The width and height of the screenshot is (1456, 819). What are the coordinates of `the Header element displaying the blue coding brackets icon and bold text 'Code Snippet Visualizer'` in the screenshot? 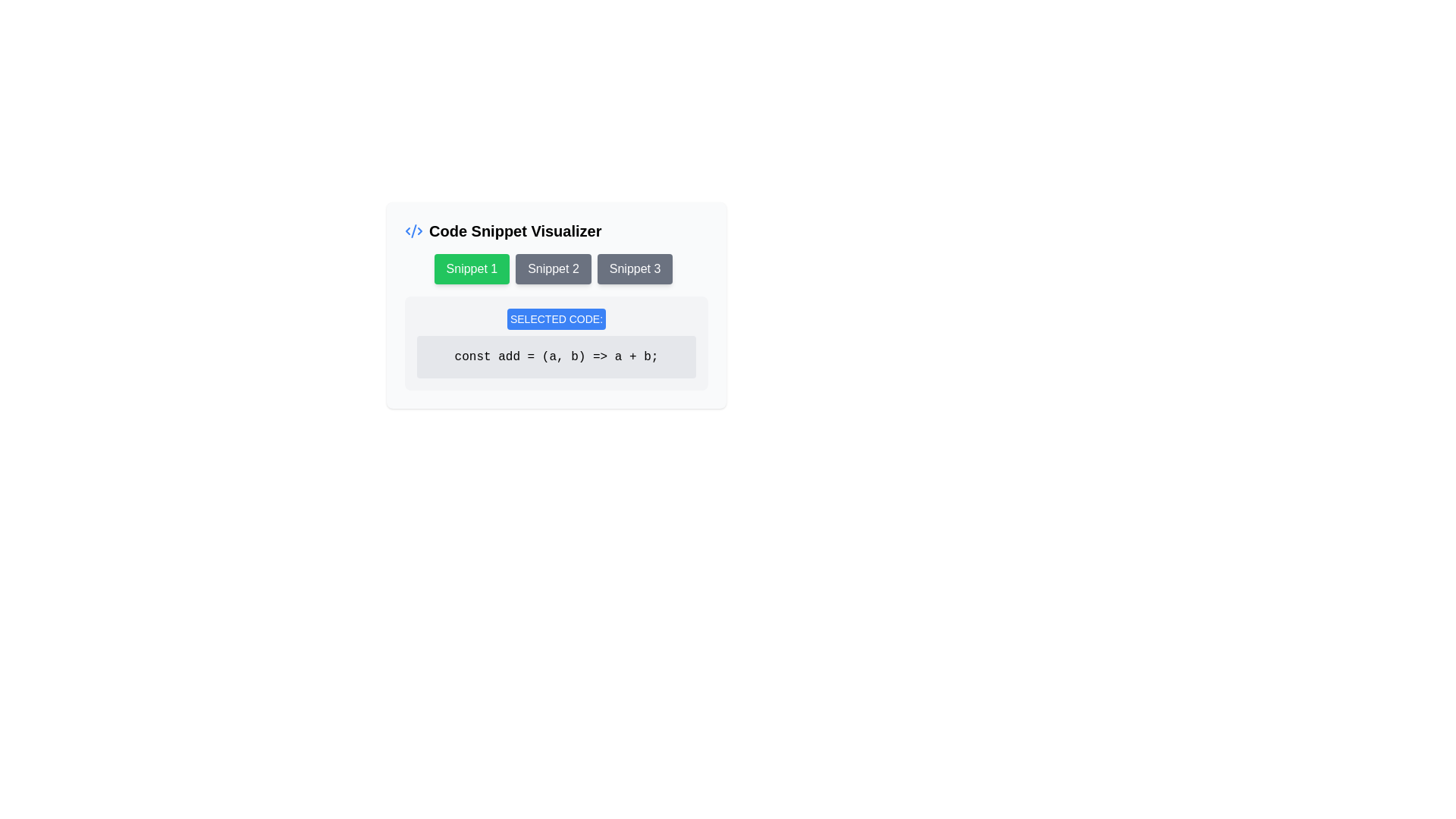 It's located at (556, 231).